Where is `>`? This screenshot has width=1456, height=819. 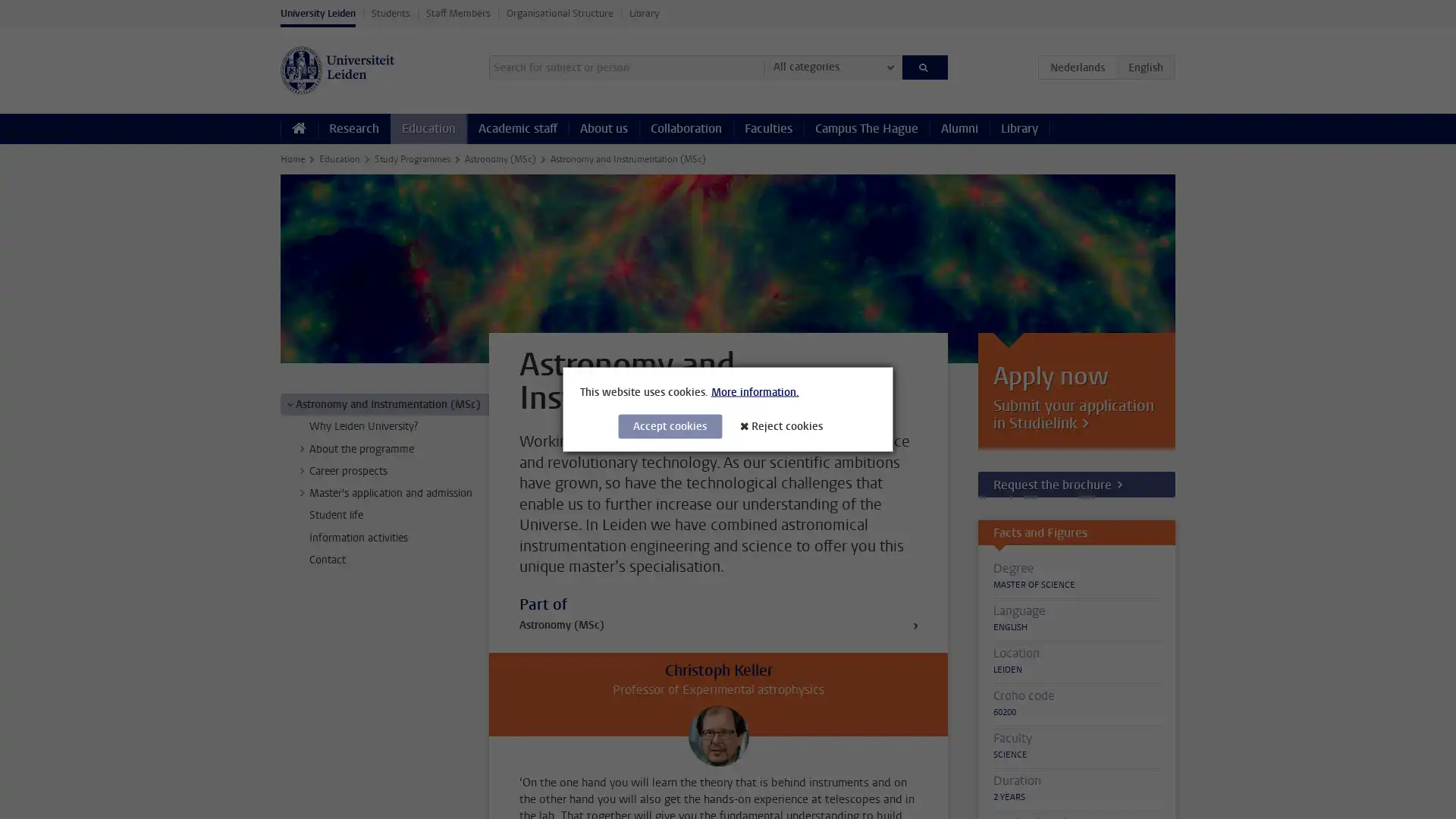 > is located at coordinates (302, 447).